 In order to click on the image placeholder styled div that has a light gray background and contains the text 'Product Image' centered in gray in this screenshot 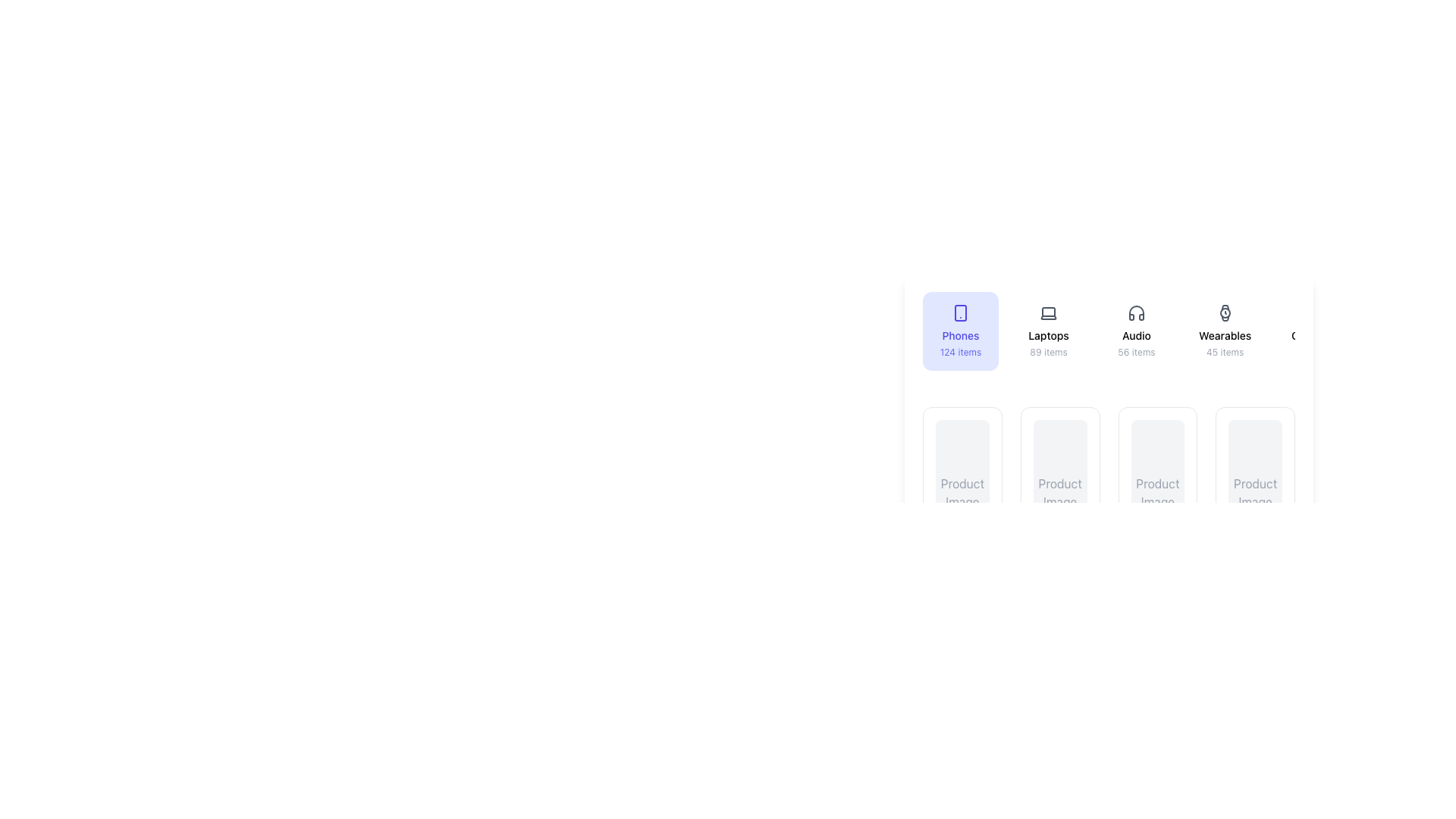, I will do `click(1255, 493)`.